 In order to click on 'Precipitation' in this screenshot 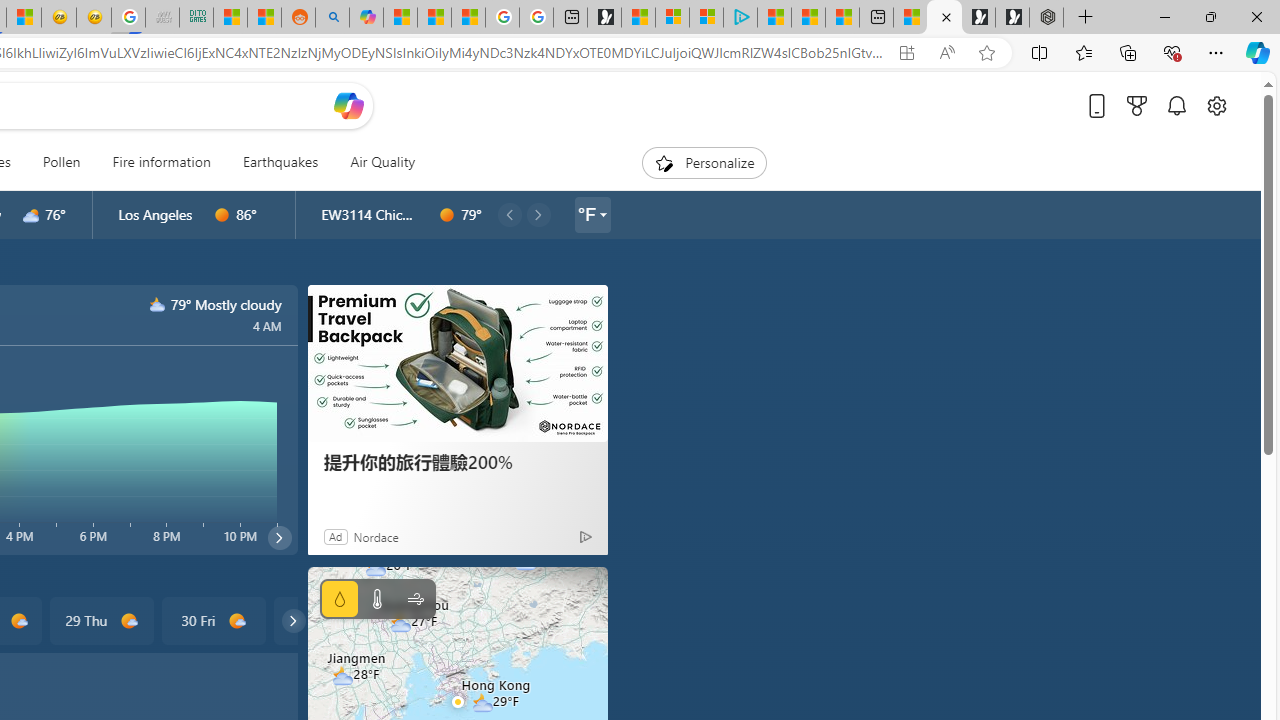, I will do `click(339, 598)`.